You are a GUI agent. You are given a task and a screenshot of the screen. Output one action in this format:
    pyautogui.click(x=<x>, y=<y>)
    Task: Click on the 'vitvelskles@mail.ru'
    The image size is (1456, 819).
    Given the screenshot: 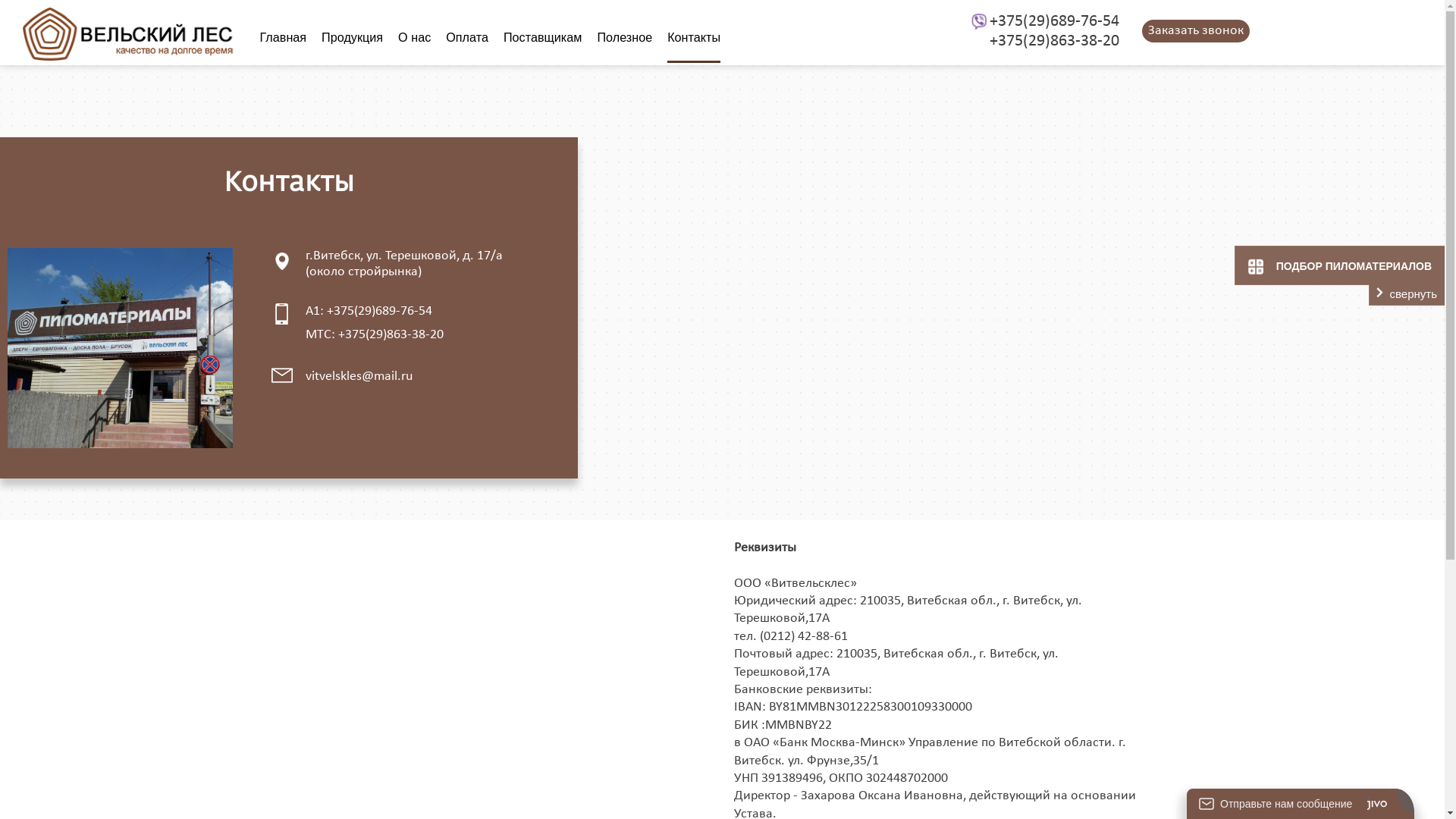 What is the action you would take?
    pyautogui.click(x=305, y=375)
    